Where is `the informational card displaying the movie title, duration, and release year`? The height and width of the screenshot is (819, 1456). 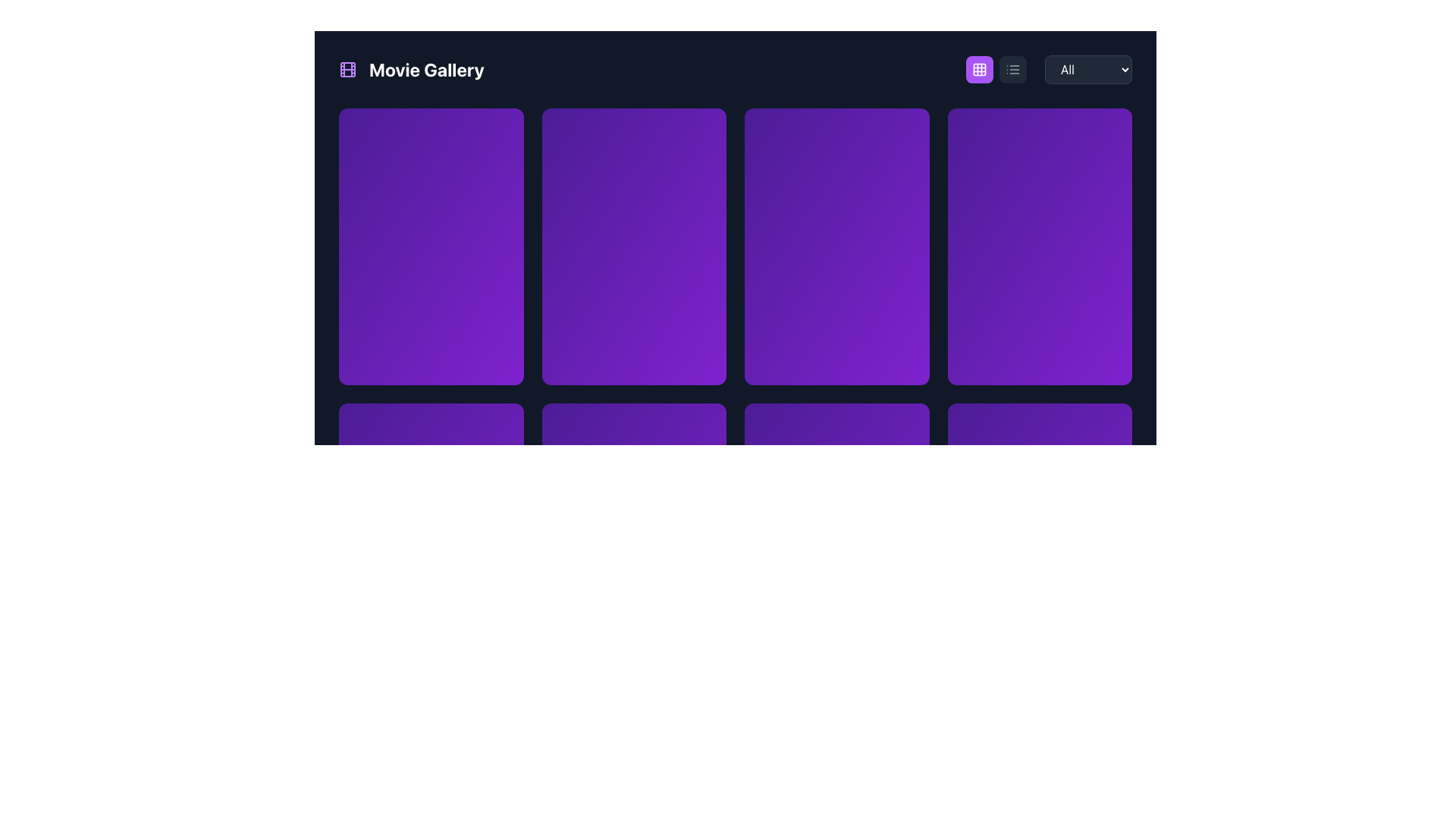
the informational card displaying the movie title, duration, and release year is located at coordinates (836, 312).